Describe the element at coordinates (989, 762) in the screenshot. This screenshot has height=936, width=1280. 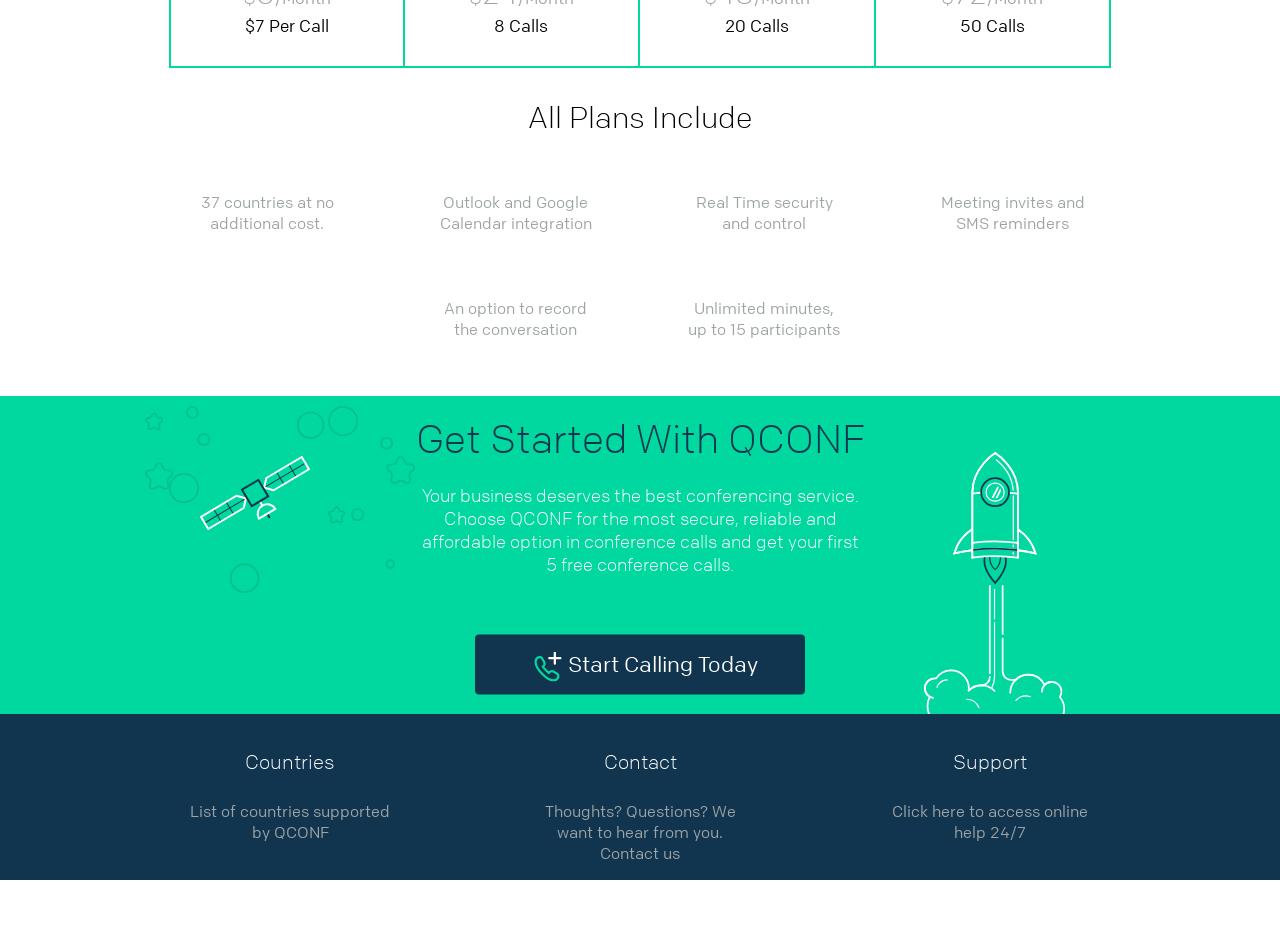
I see `'Support'` at that location.